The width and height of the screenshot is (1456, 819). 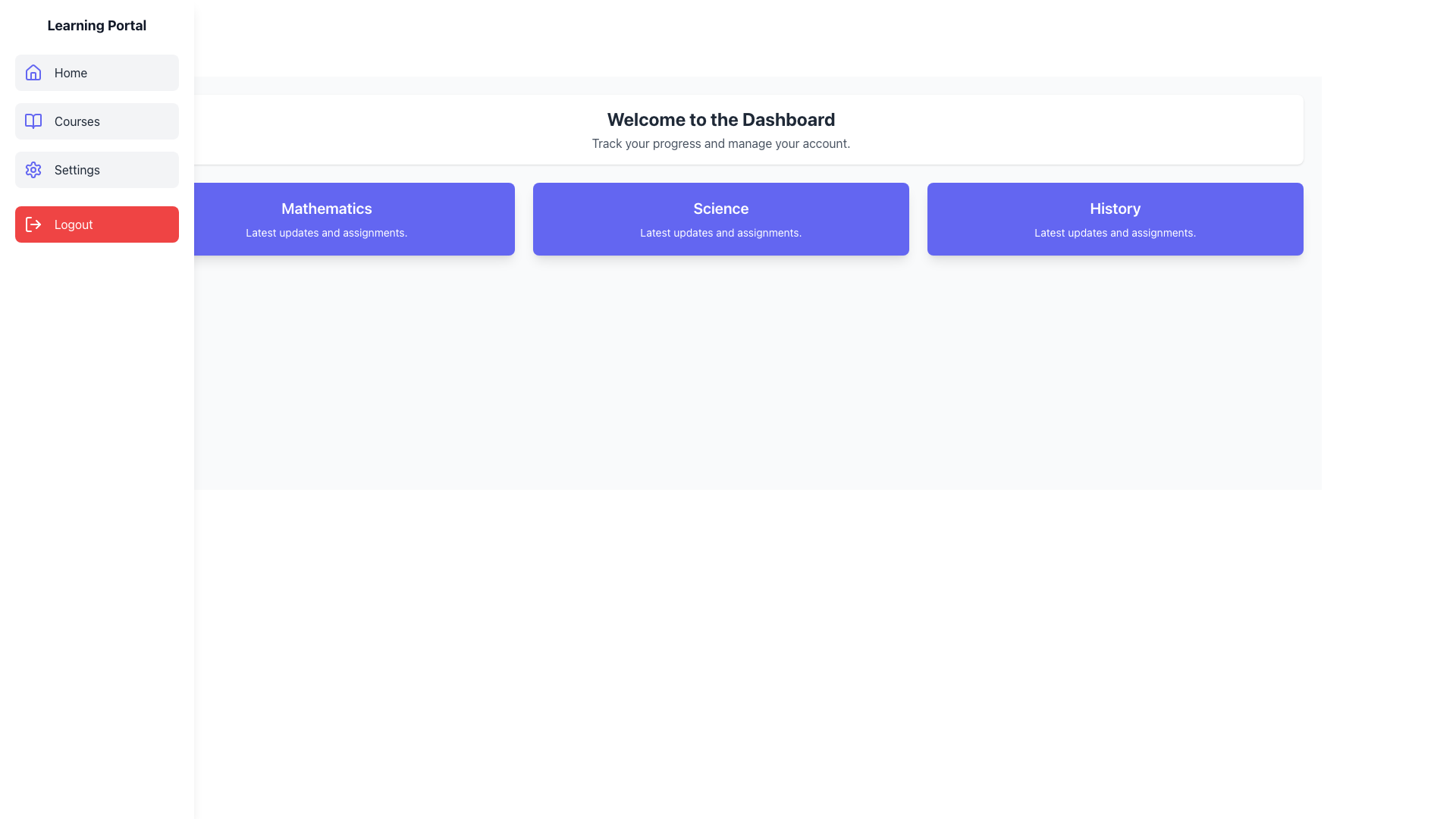 What do you see at coordinates (720, 143) in the screenshot?
I see `the text label that reads 'Track your progress and manage your account.' which is styled in muted gray and located beneath the main heading 'Welcome to the Dashboard'` at bounding box center [720, 143].